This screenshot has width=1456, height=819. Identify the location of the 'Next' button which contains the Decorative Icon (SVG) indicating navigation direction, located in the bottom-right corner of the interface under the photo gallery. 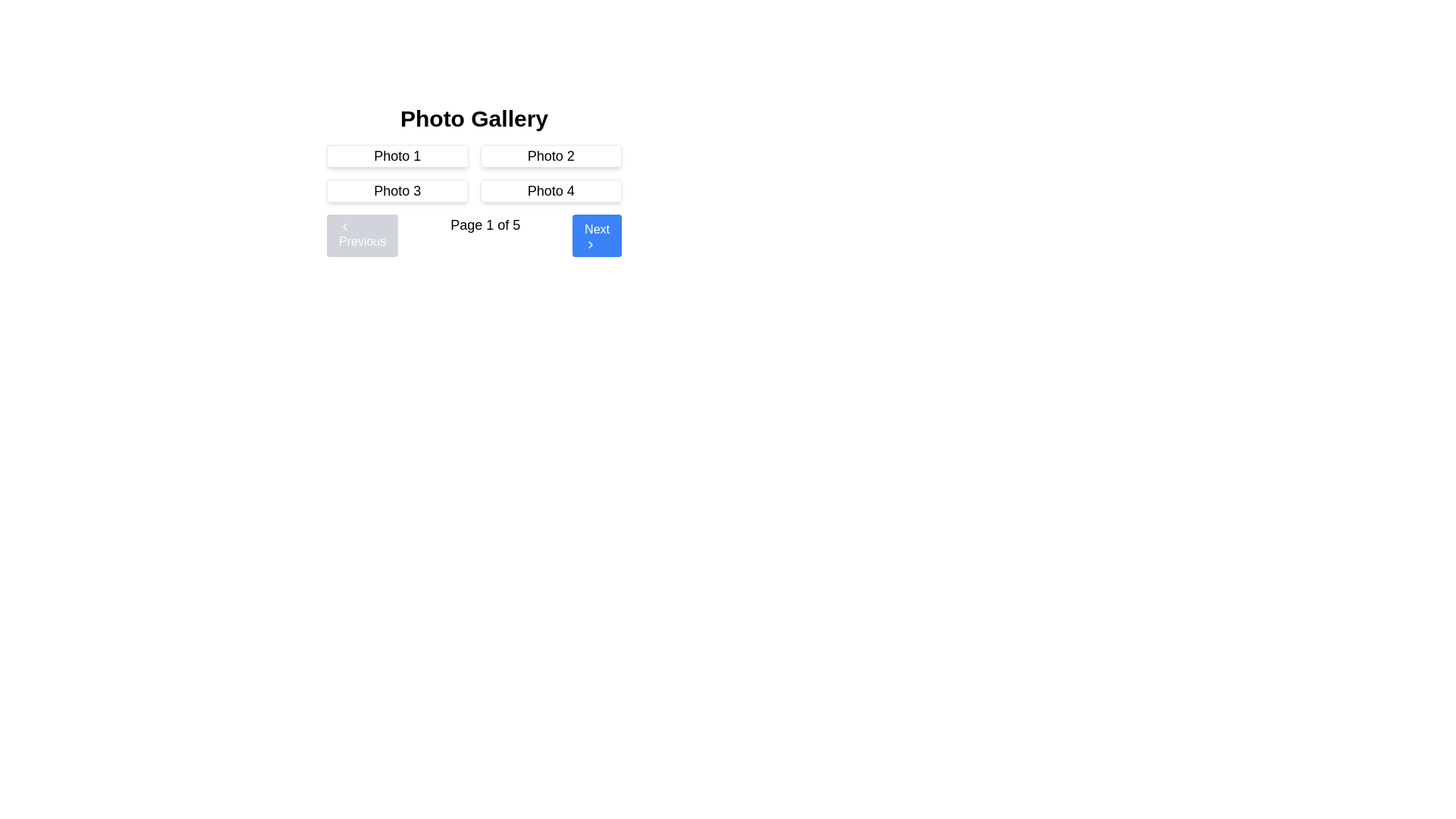
(590, 244).